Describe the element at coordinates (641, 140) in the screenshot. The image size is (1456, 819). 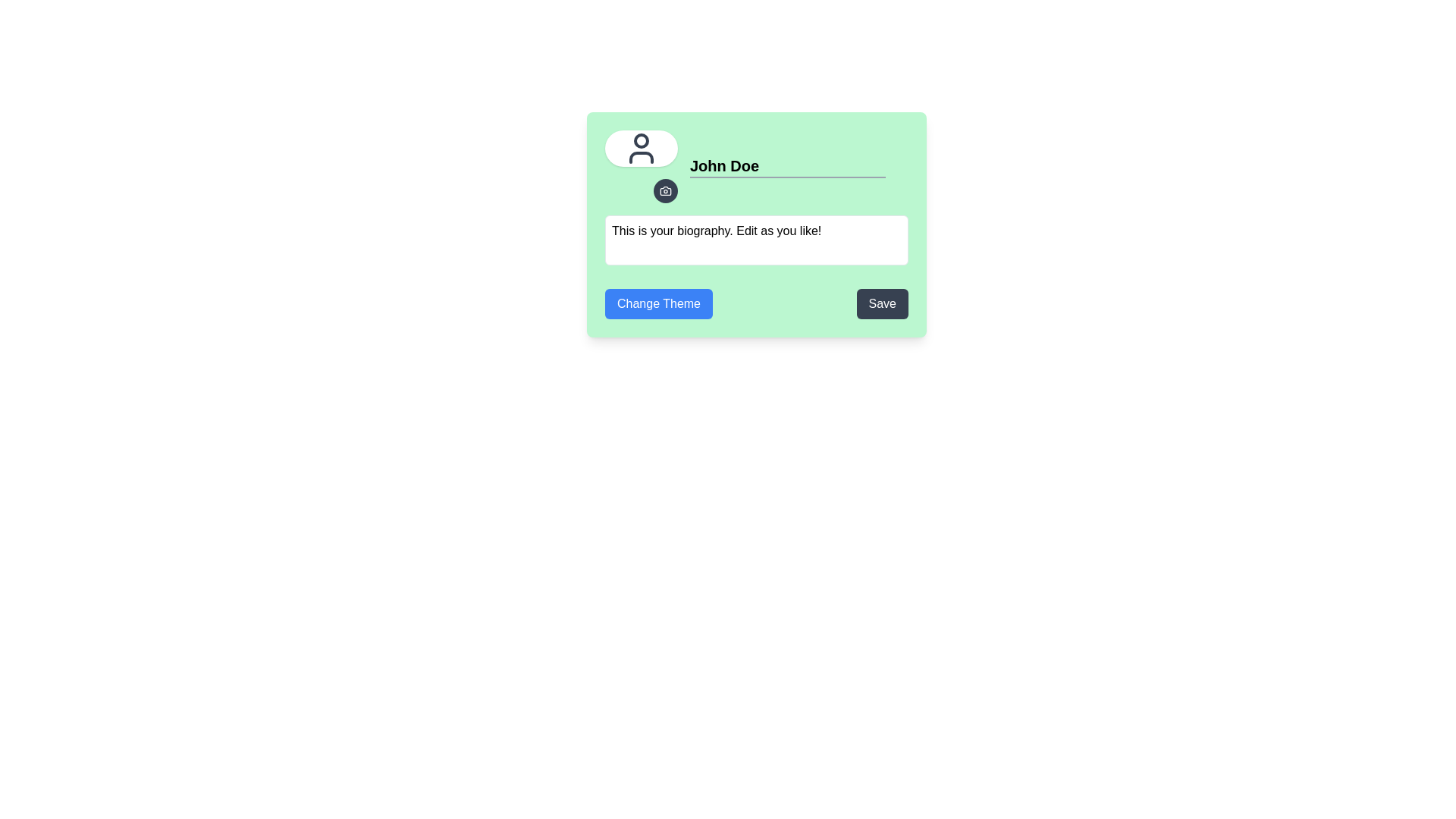
I see `the graphical representation of the circular head portion of the user icon located in the top-left corner of the visible card` at that location.